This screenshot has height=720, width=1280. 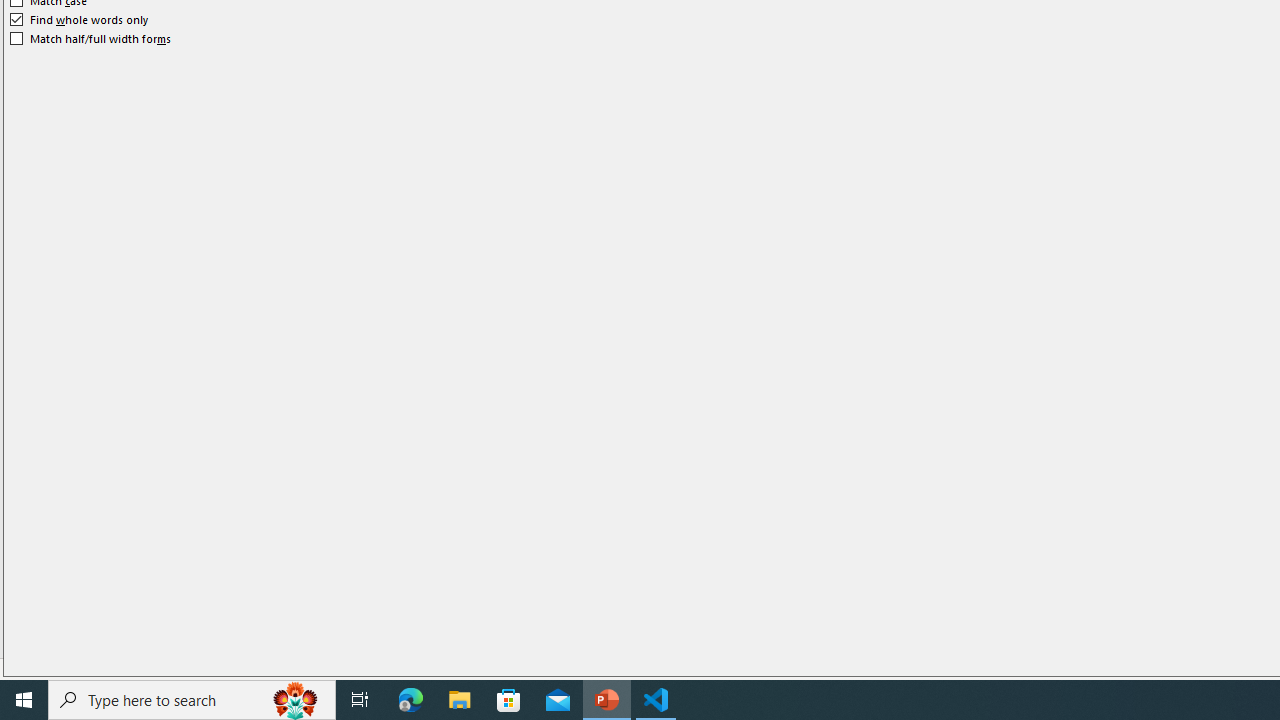 What do you see at coordinates (80, 20) in the screenshot?
I see `'Find whole words only'` at bounding box center [80, 20].